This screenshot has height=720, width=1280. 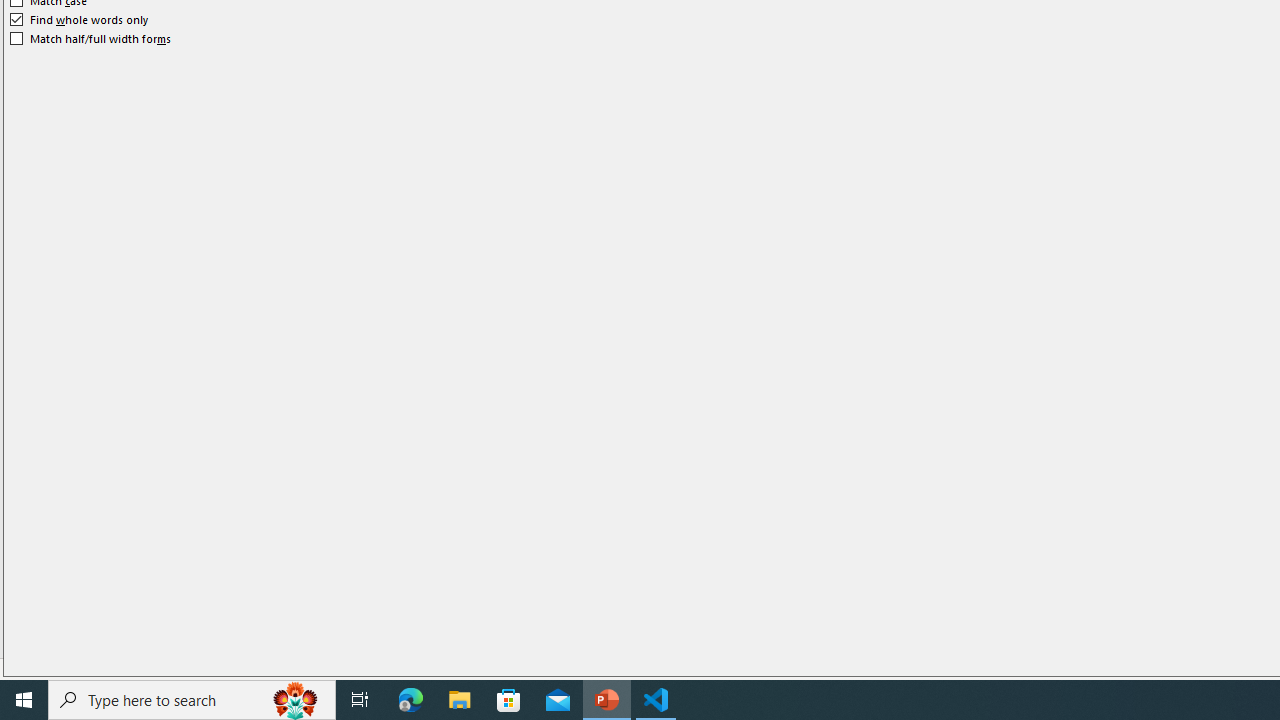 What do you see at coordinates (80, 20) in the screenshot?
I see `'Find whole words only'` at bounding box center [80, 20].